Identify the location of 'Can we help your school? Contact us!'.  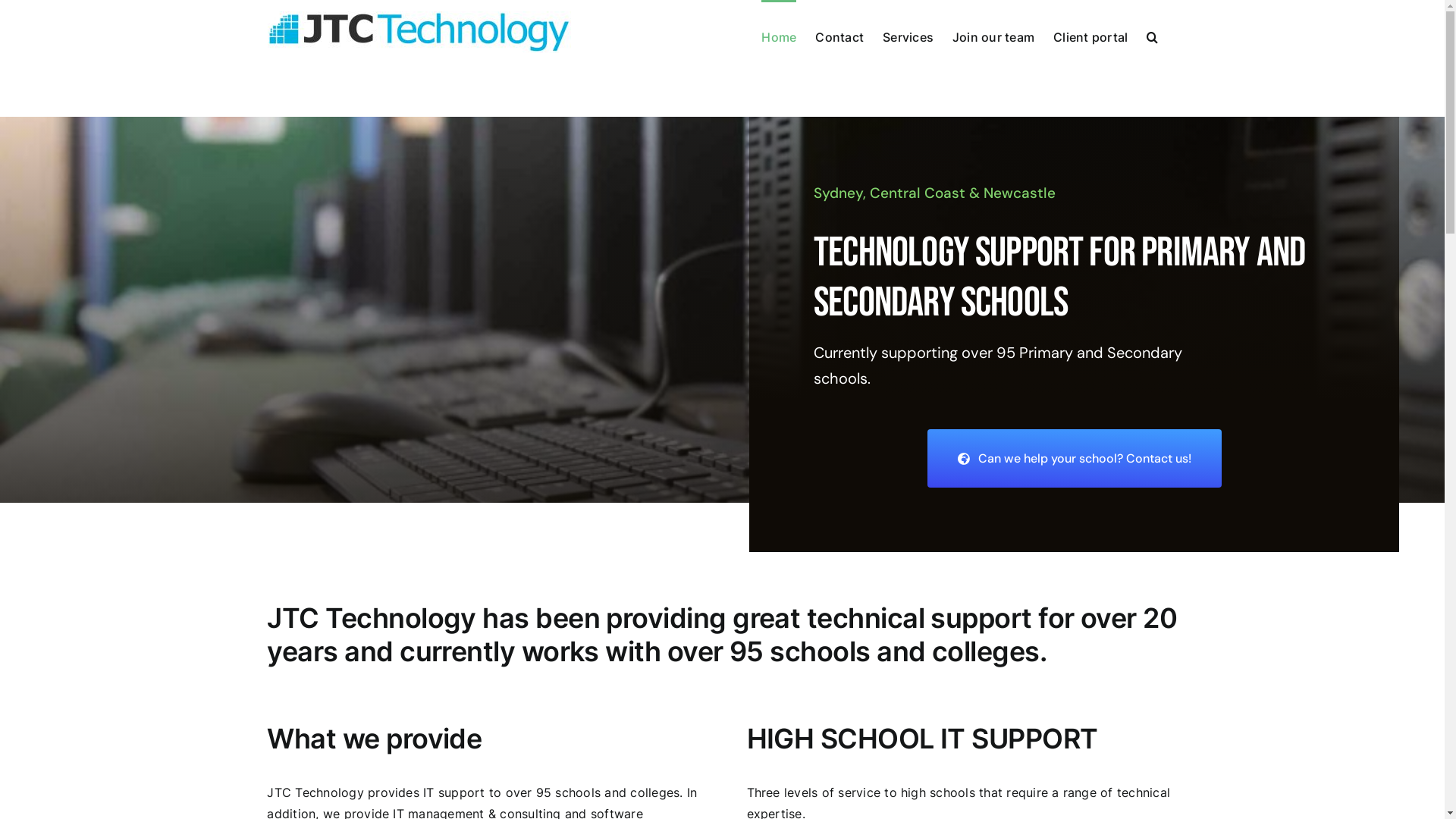
(1073, 457).